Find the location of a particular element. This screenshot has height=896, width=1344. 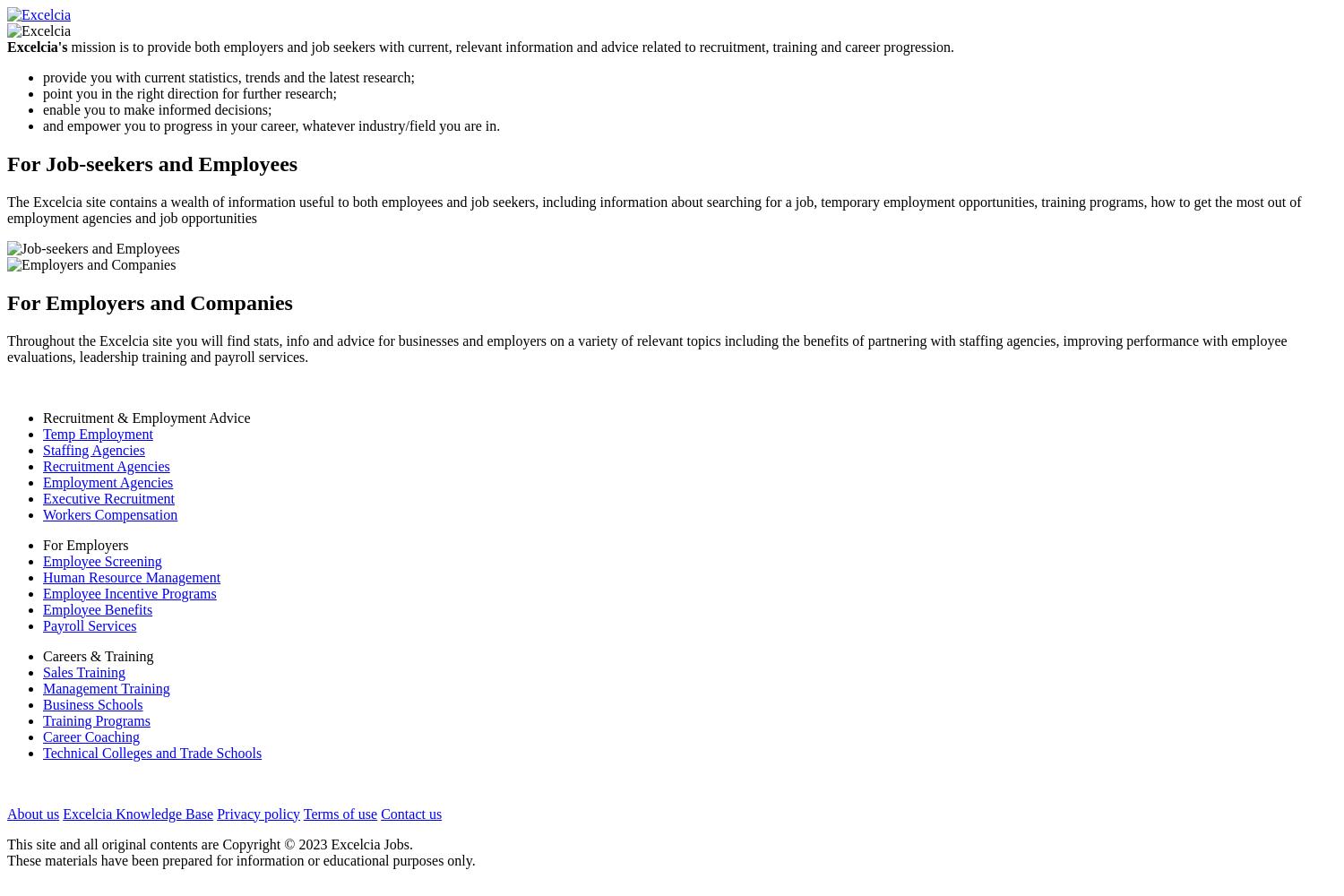

'point you in the right direction for further research;' is located at coordinates (188, 92).